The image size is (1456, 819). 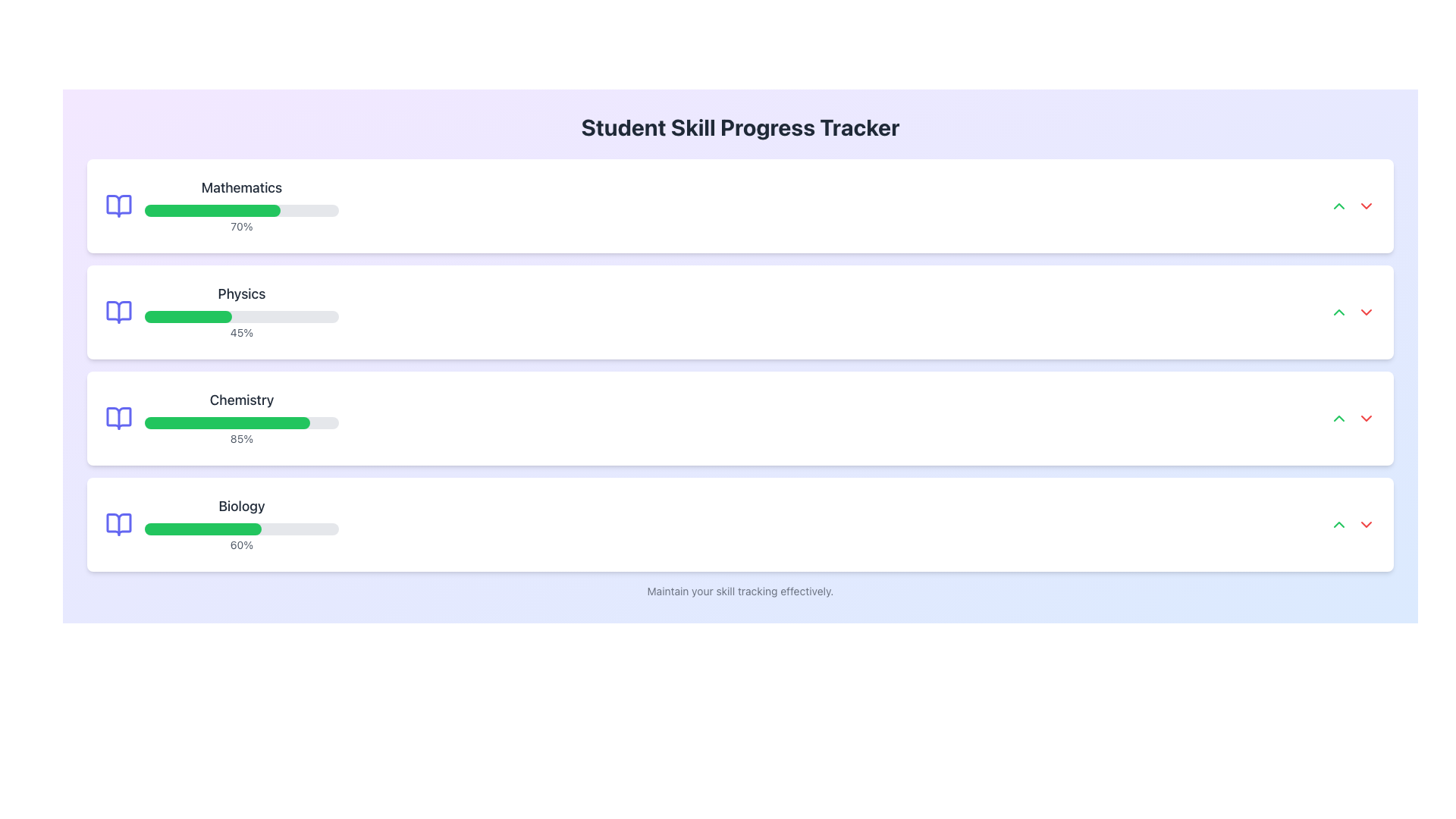 What do you see at coordinates (221, 418) in the screenshot?
I see `displayed information from the Progress Indicator, which is the third entry in a vertical list layout, located below the entries for Mathematics and Physics` at bounding box center [221, 418].